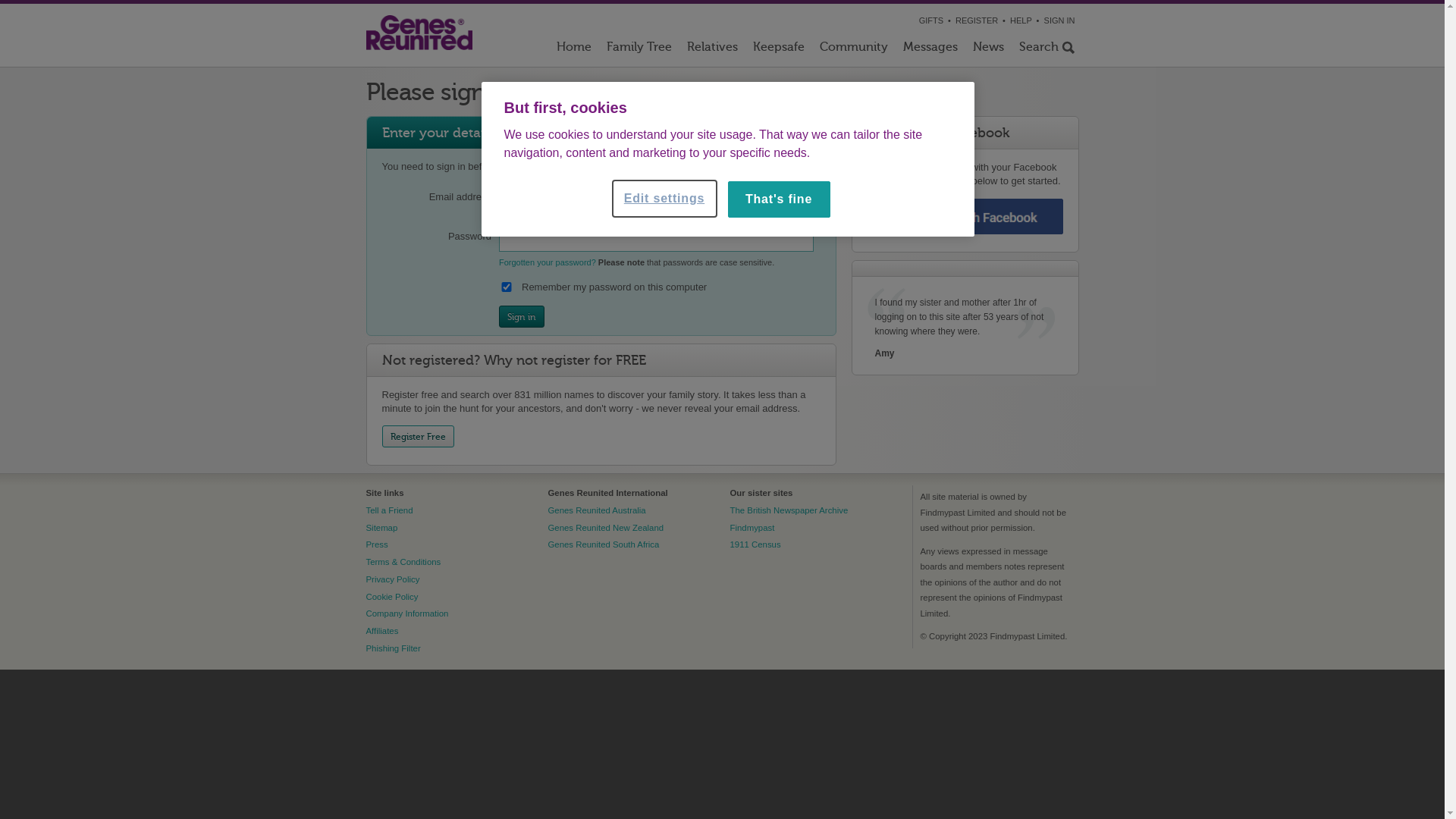 The image size is (1456, 819). What do you see at coordinates (595, 510) in the screenshot?
I see `'Genes Reunited Australia'` at bounding box center [595, 510].